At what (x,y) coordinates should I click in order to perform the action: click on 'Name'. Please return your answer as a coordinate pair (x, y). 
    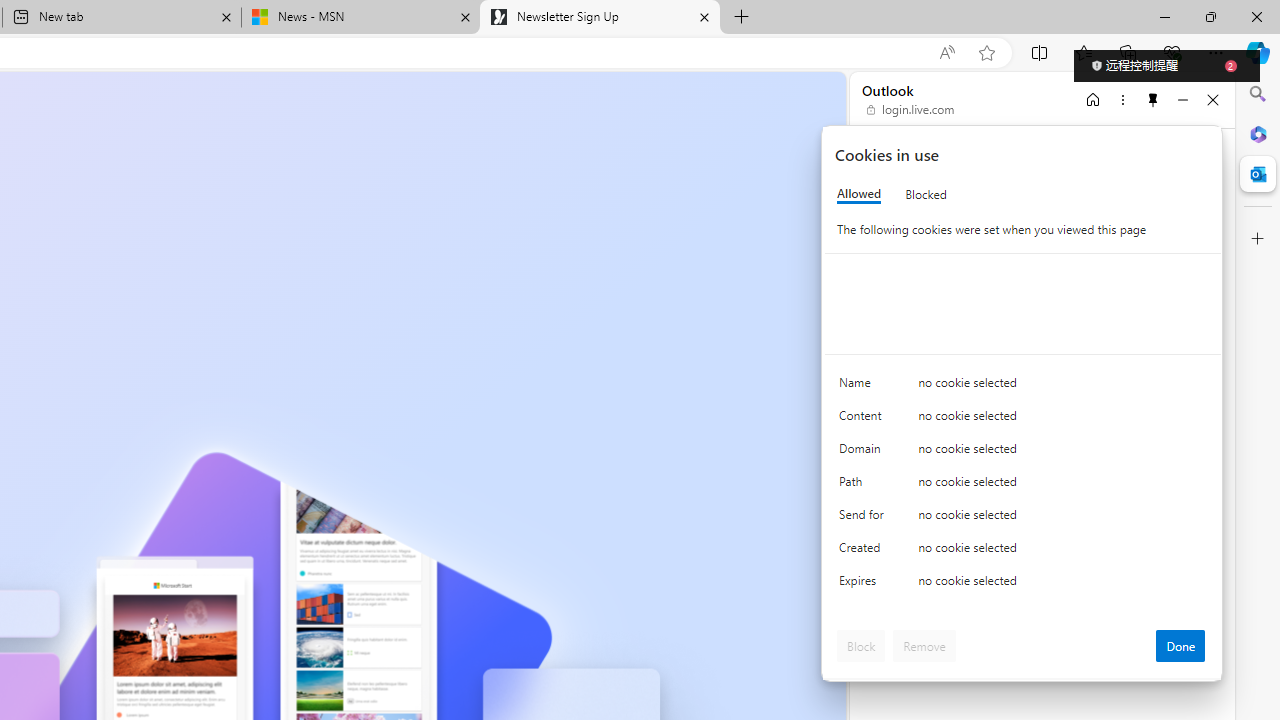
    Looking at the image, I should click on (865, 387).